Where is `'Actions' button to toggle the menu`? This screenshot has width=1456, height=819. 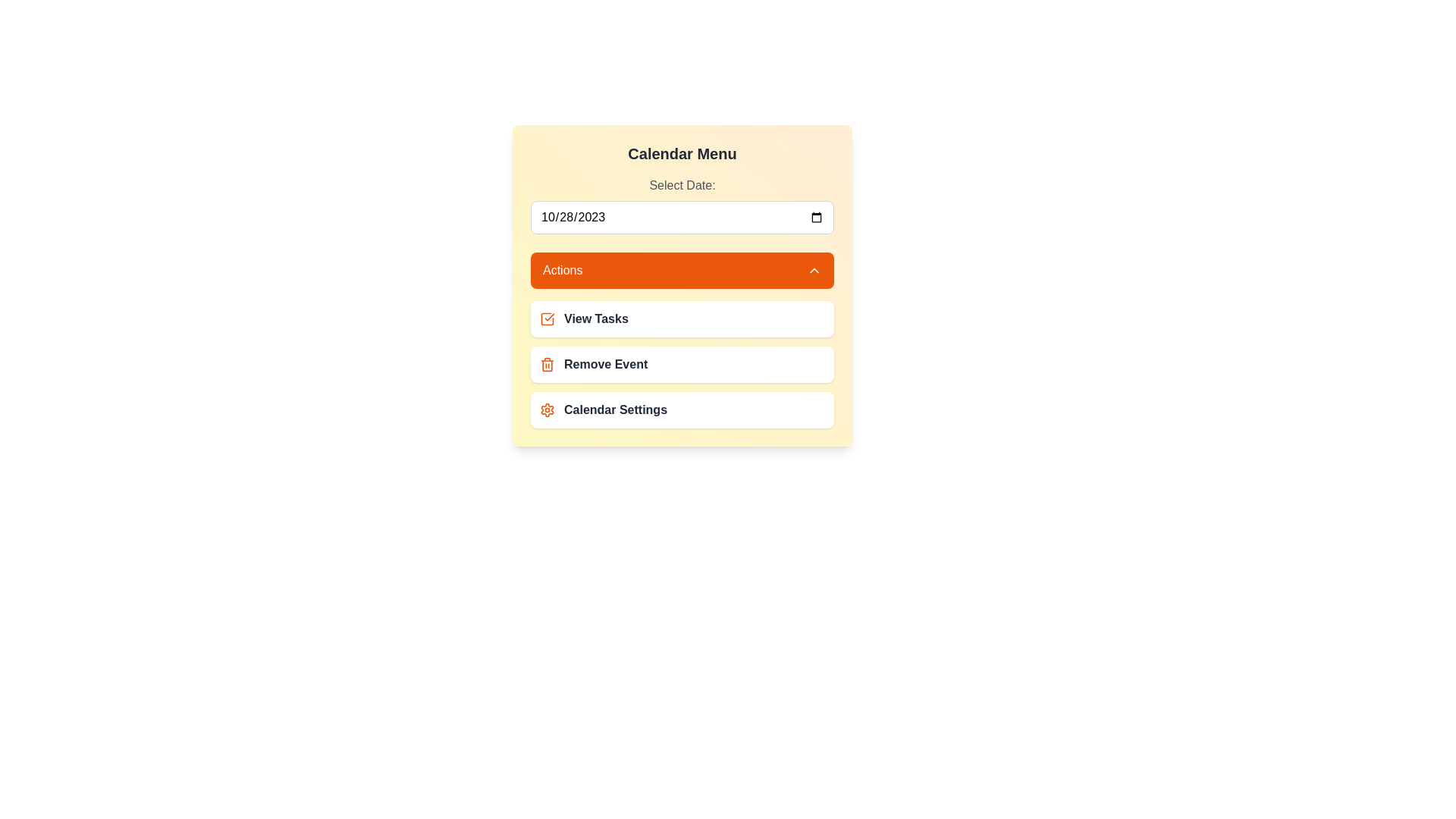
'Actions' button to toggle the menu is located at coordinates (682, 270).